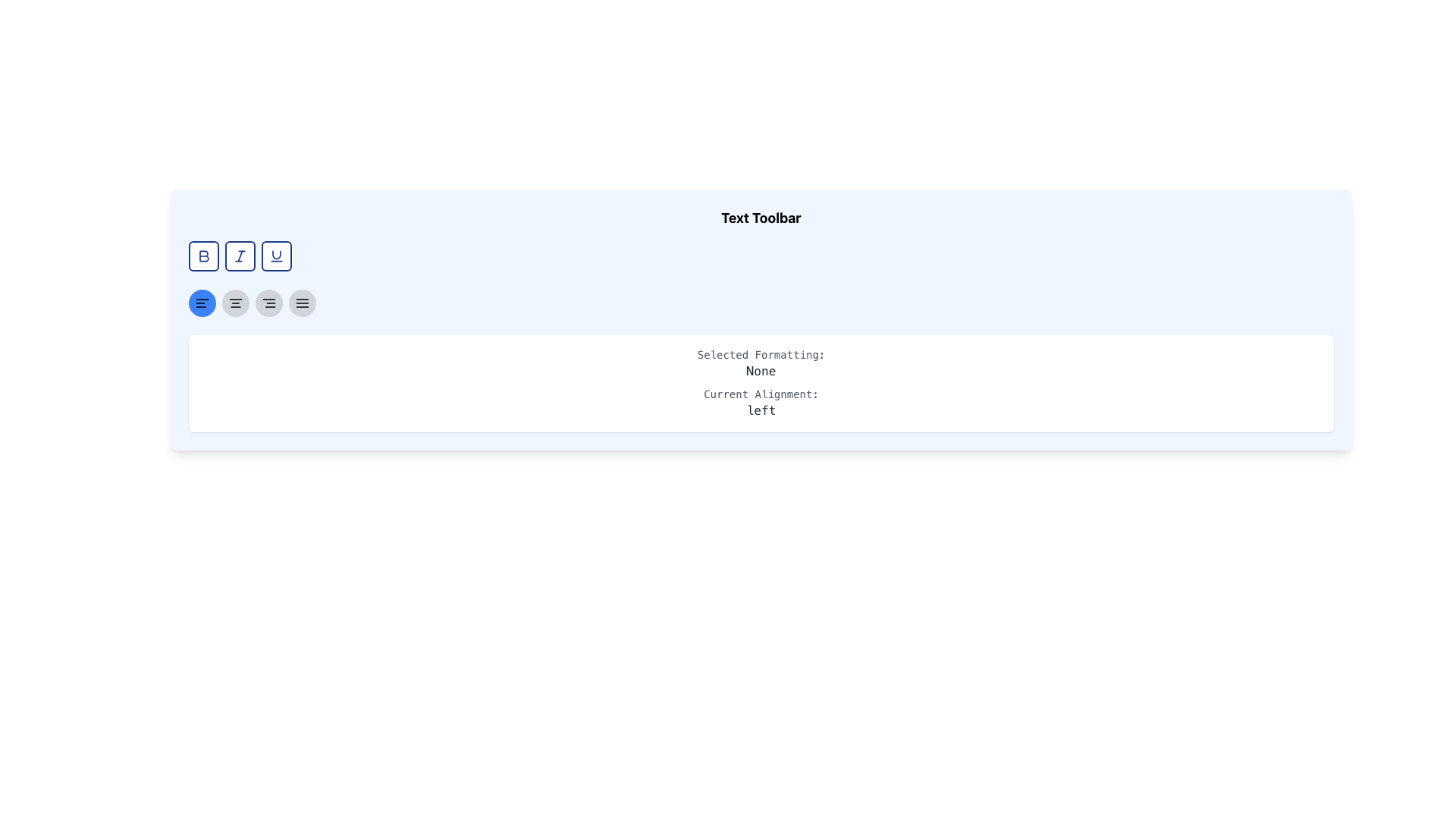 Image resolution: width=1456 pixels, height=819 pixels. I want to click on the informational Text Label displaying the current alignment setting, which indicates 'left', located at the bottom of the formatting settings section, so click(761, 411).